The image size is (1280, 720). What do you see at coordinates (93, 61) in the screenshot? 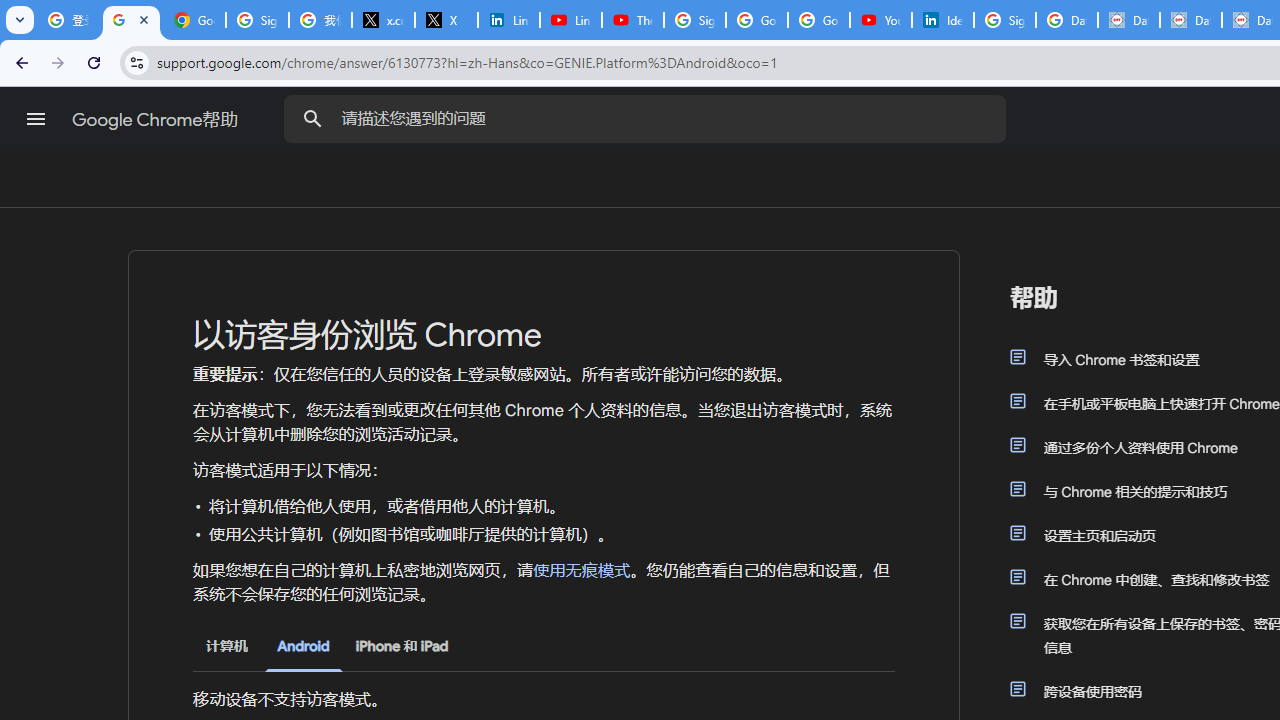
I see `'Reload'` at bounding box center [93, 61].